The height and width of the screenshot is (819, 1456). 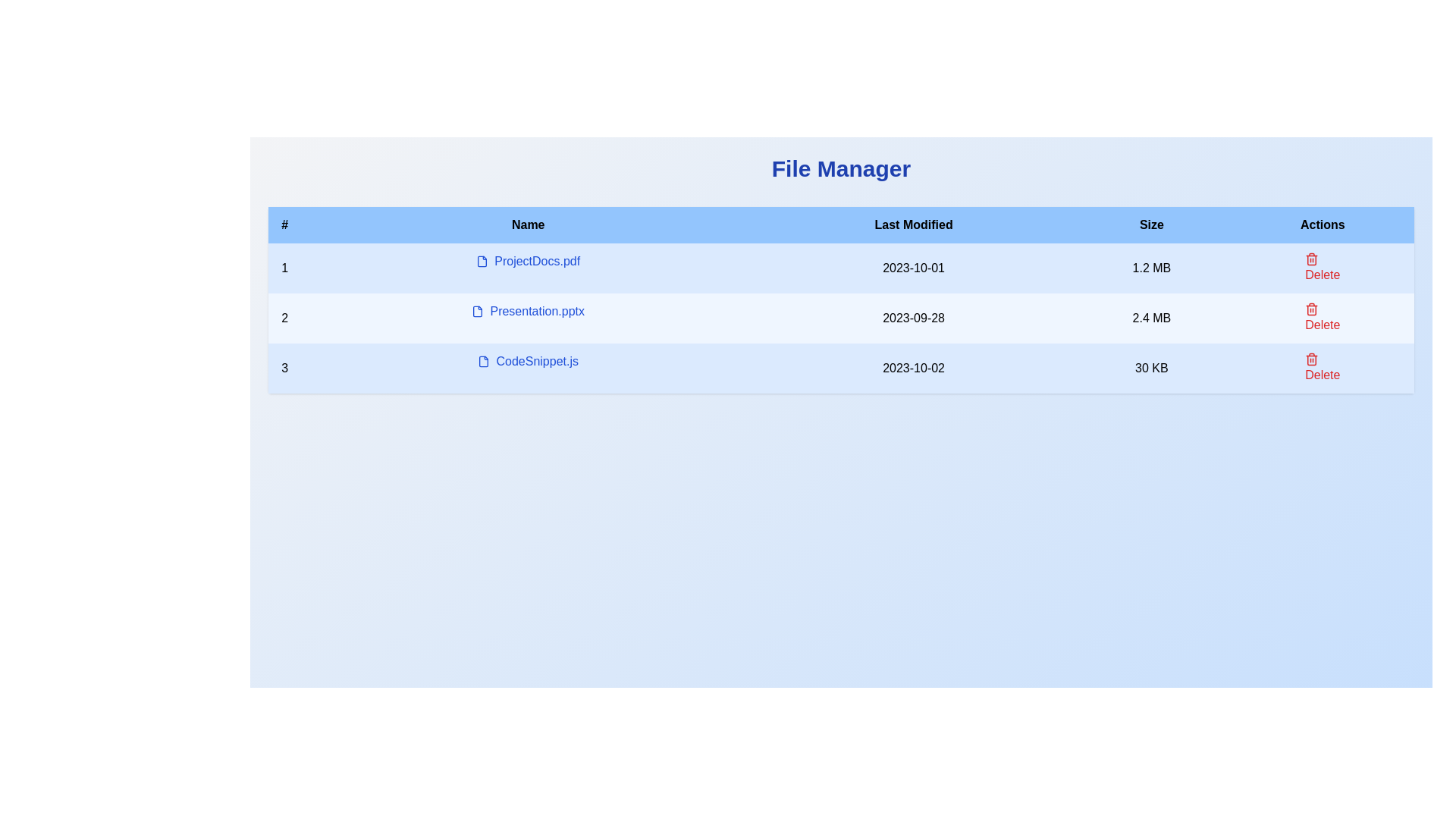 I want to click on the delete button for the file 'Presentation.pptx' to potentially reveal additional information or effects, so click(x=1322, y=268).